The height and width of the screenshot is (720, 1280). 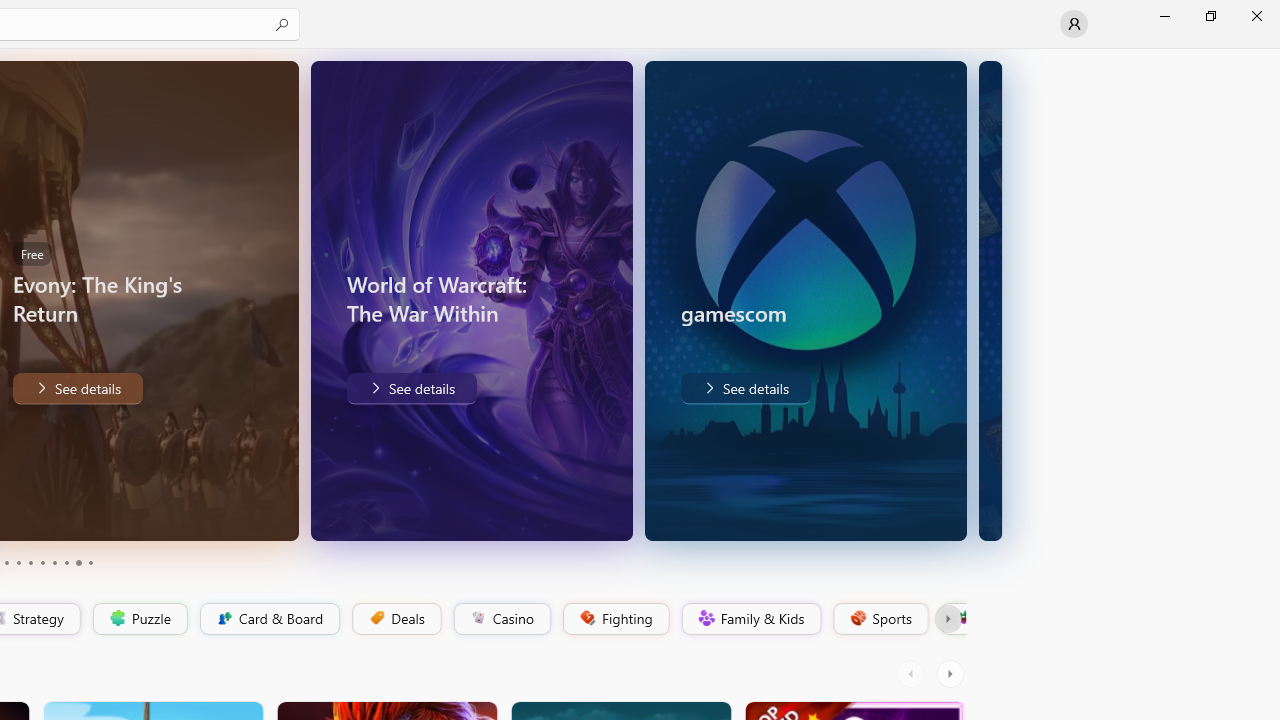 I want to click on 'Page 3', so click(x=5, y=563).